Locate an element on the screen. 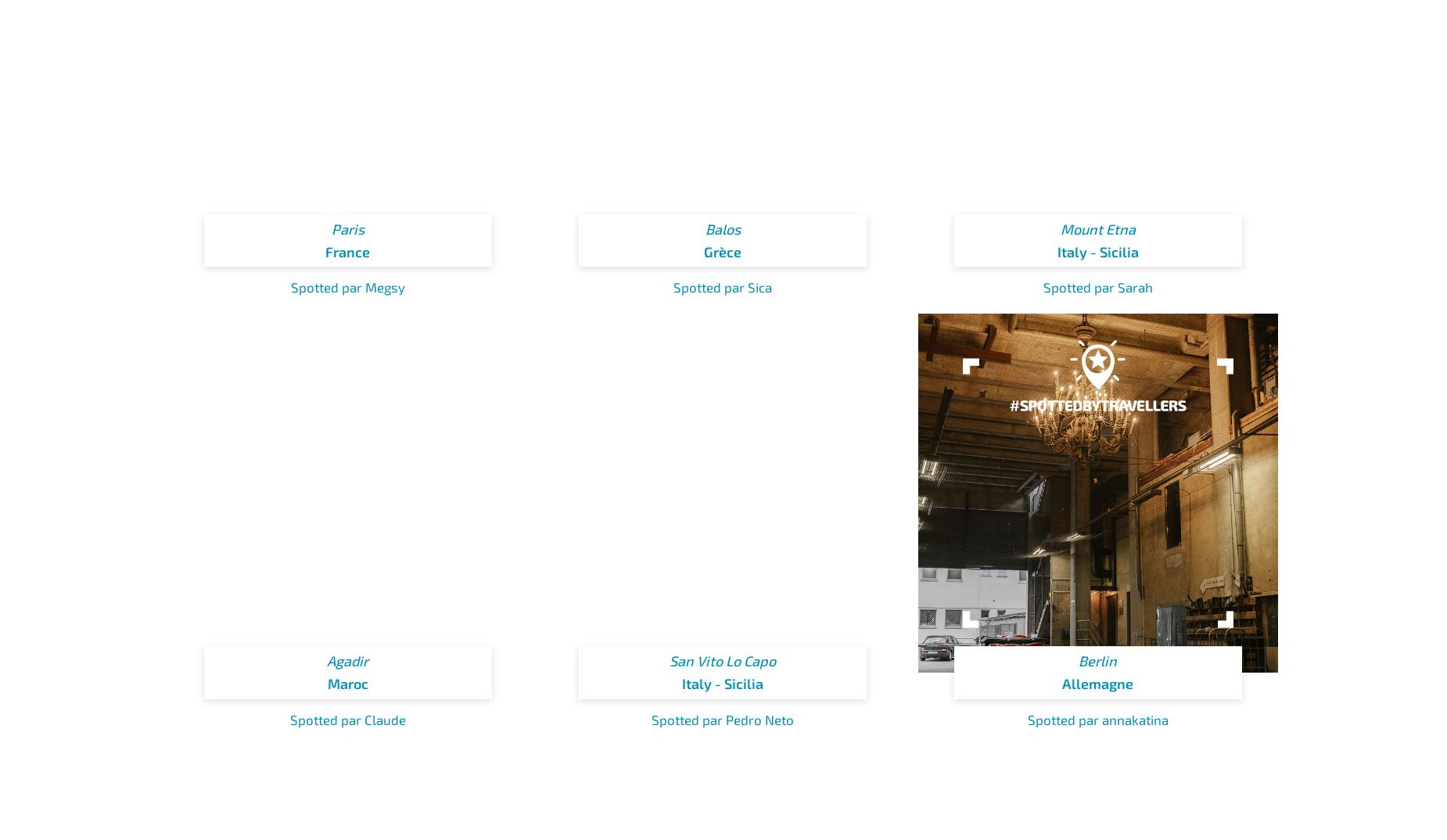  'Grèce' is located at coordinates (723, 251).